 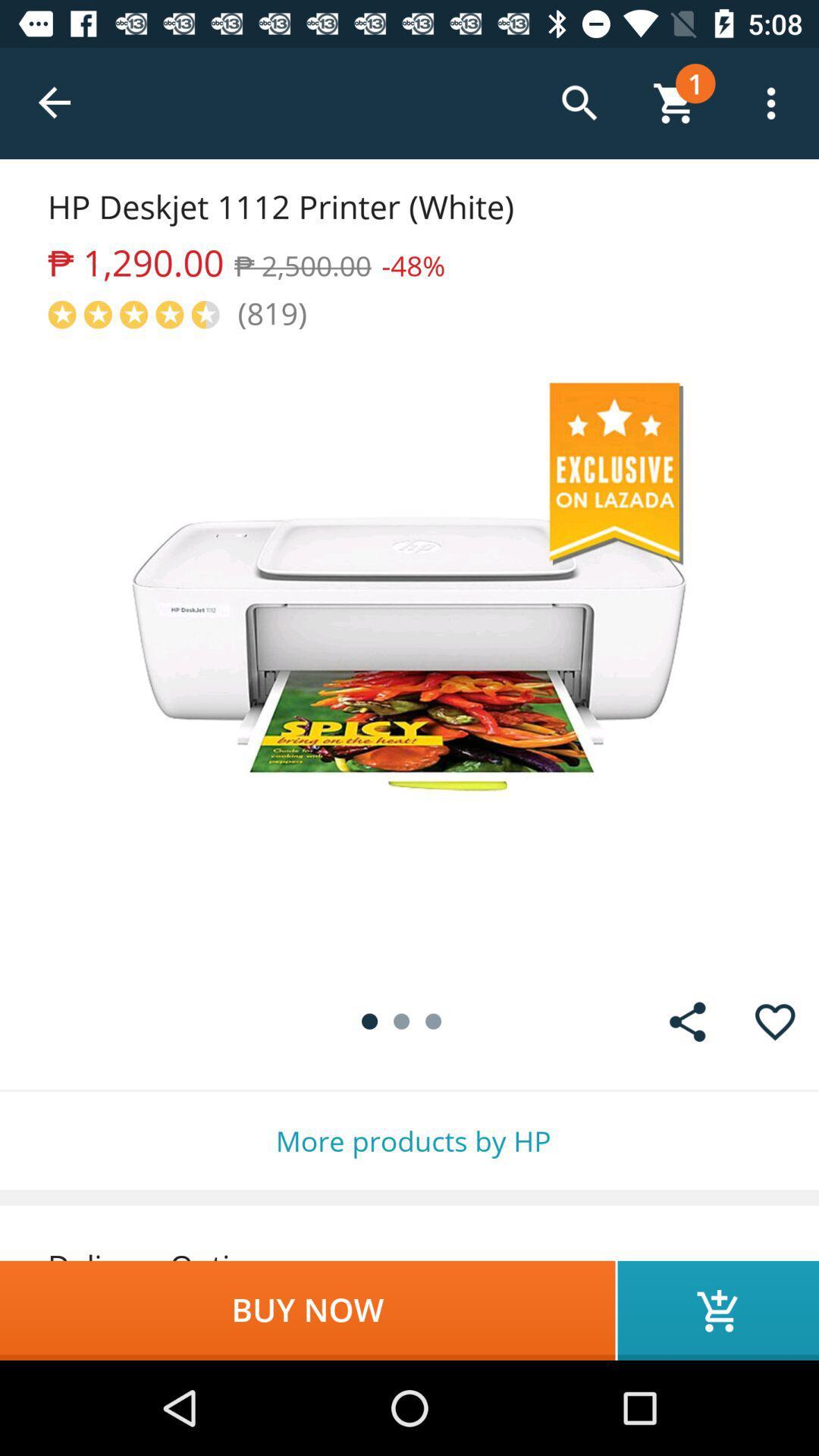 I want to click on the share icon, so click(x=687, y=1021).